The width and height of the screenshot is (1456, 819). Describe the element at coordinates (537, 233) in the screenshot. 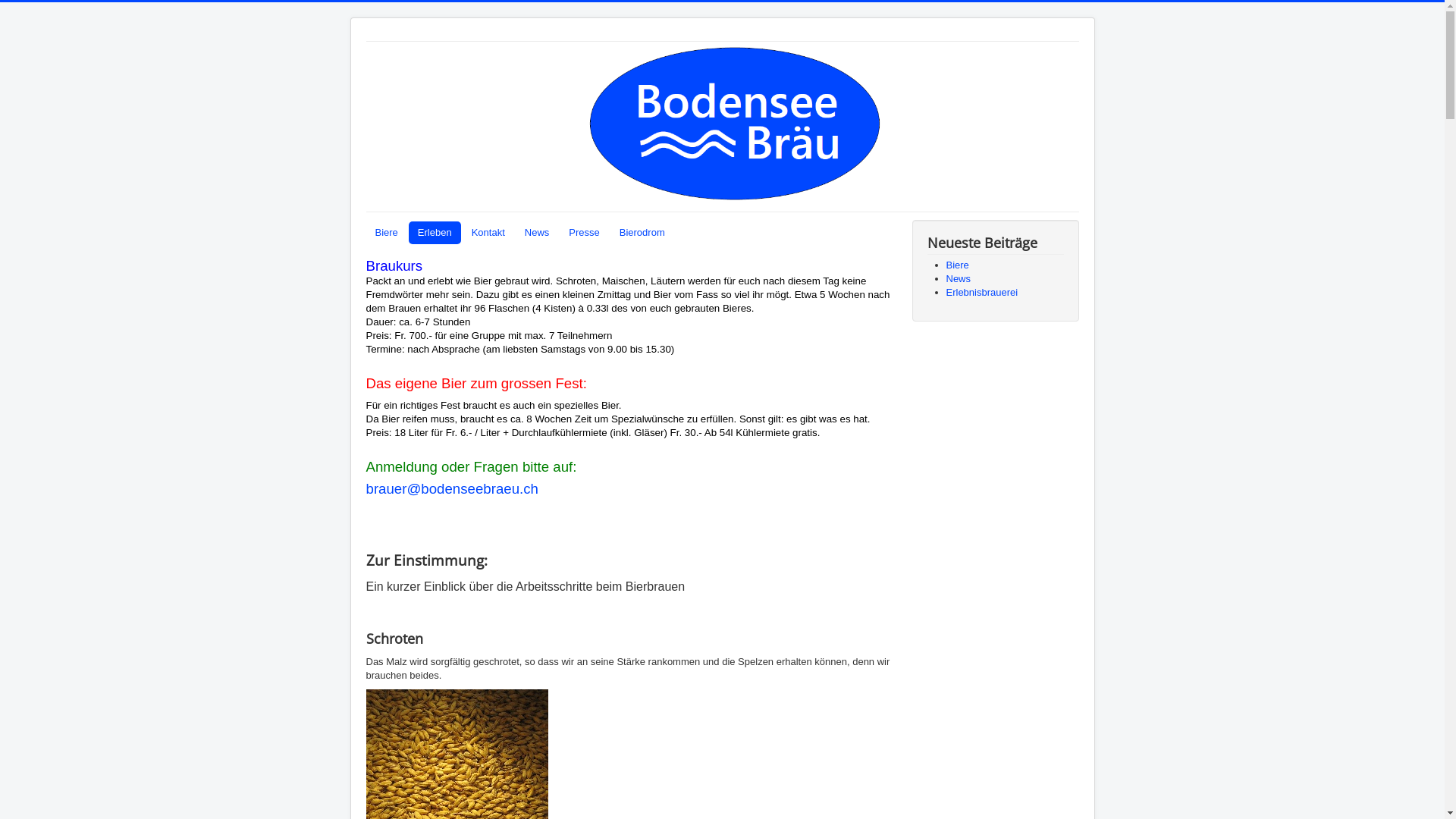

I see `'News'` at that location.